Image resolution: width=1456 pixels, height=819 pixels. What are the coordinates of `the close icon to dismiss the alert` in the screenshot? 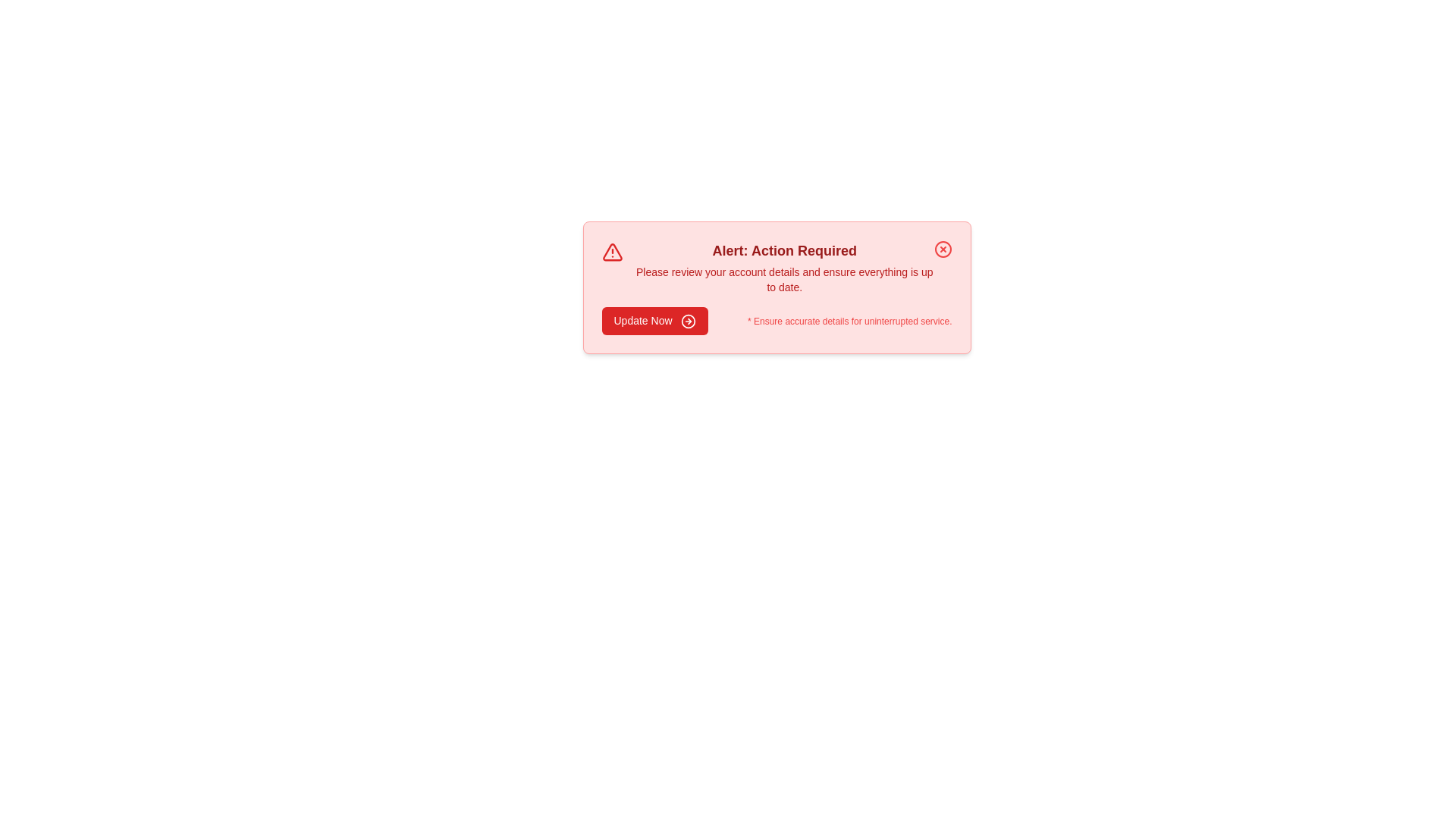 It's located at (942, 248).